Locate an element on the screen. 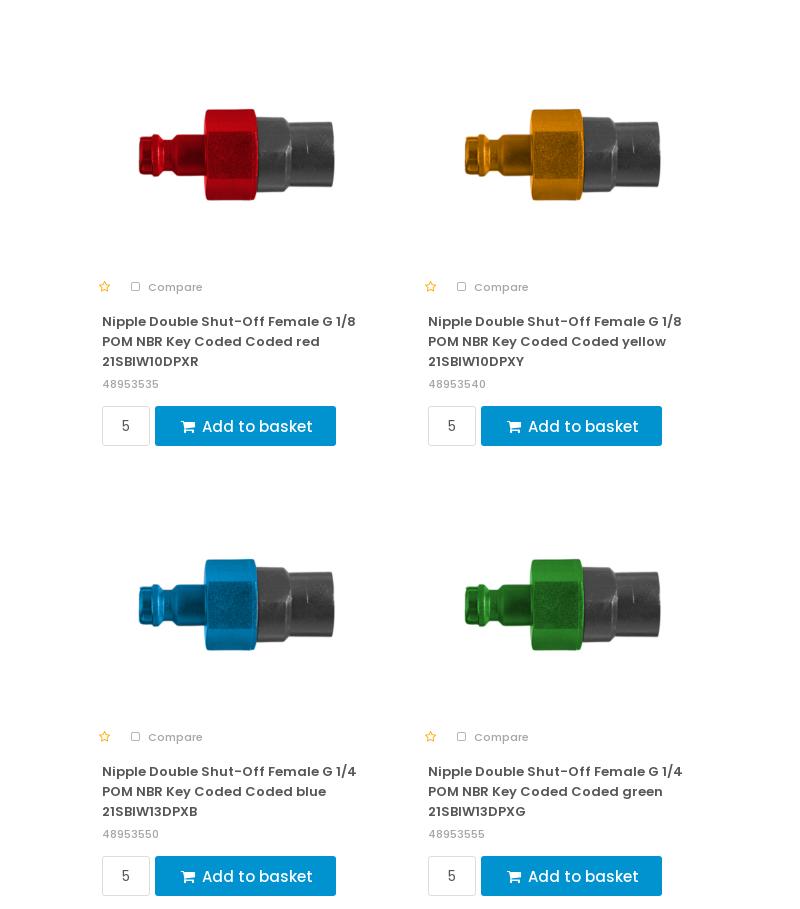  'More information about our products, services or looking for a custom solution?' is located at coordinates (90, 224).